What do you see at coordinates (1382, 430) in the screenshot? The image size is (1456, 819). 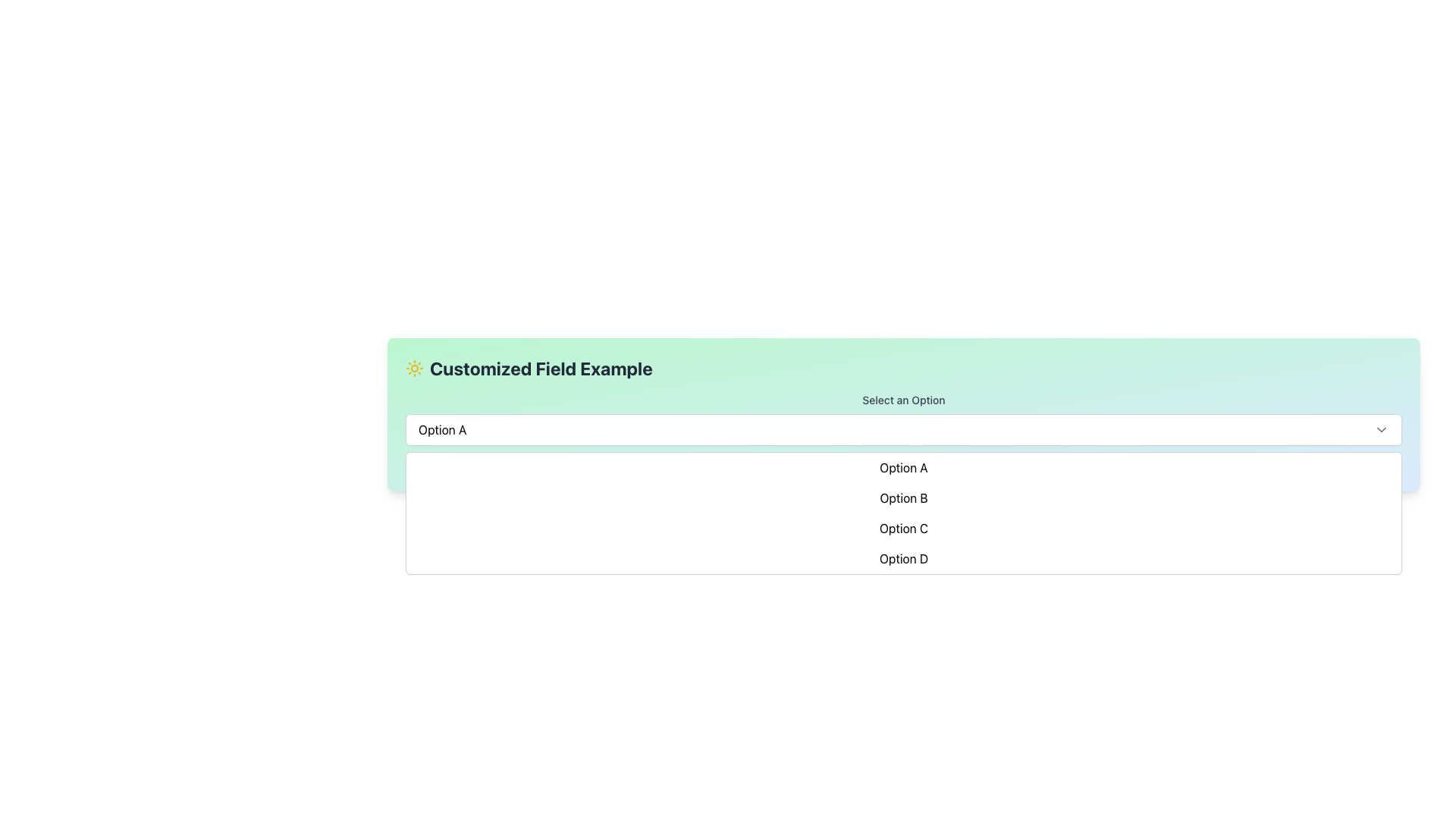 I see `the downward-pointing gray chevron icon located in the rightmost section of the dropdown field` at bounding box center [1382, 430].